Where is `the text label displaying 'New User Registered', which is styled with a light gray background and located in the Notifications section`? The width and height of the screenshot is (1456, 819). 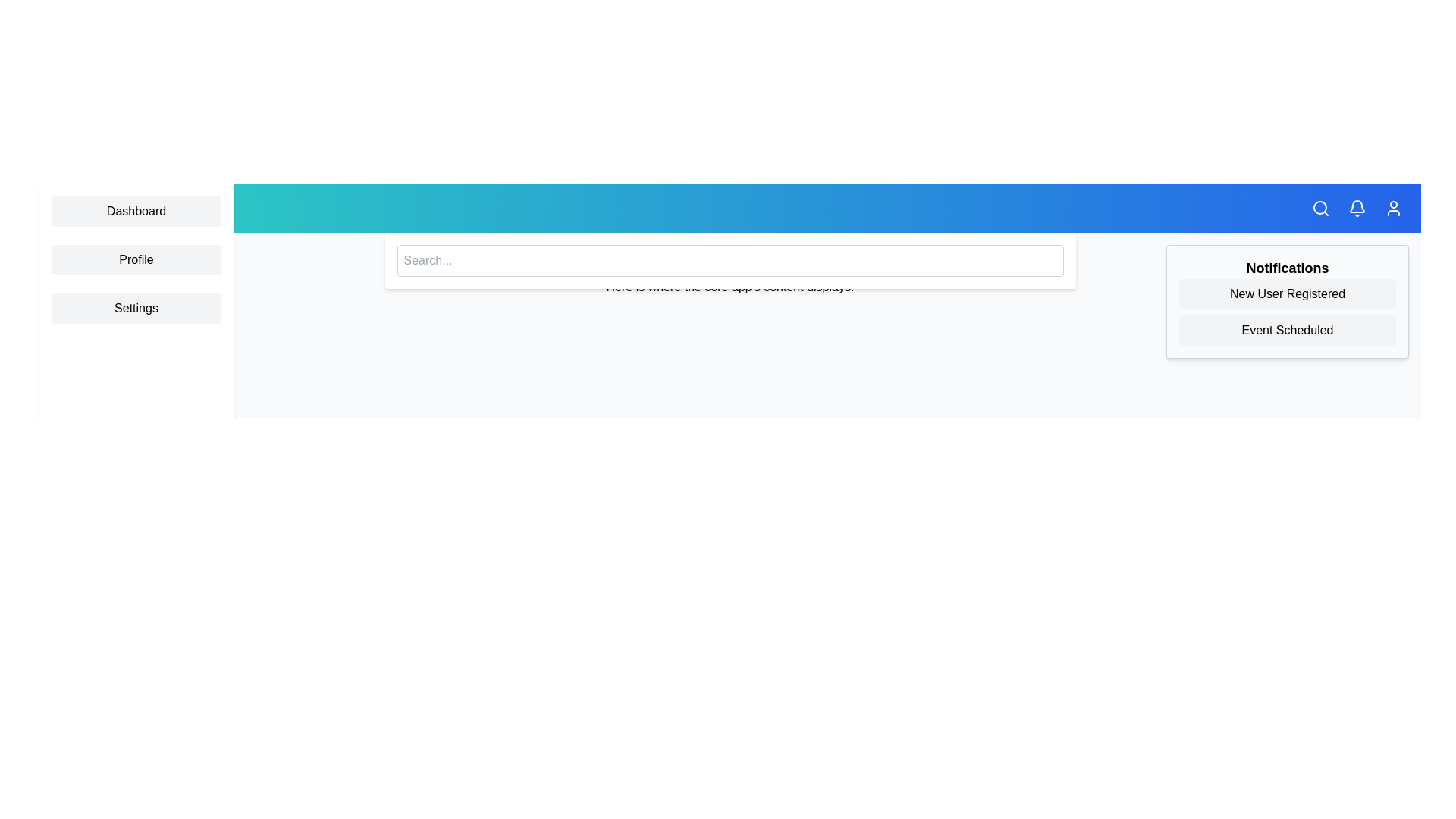 the text label displaying 'New User Registered', which is styled with a light gray background and located in the Notifications section is located at coordinates (1287, 294).